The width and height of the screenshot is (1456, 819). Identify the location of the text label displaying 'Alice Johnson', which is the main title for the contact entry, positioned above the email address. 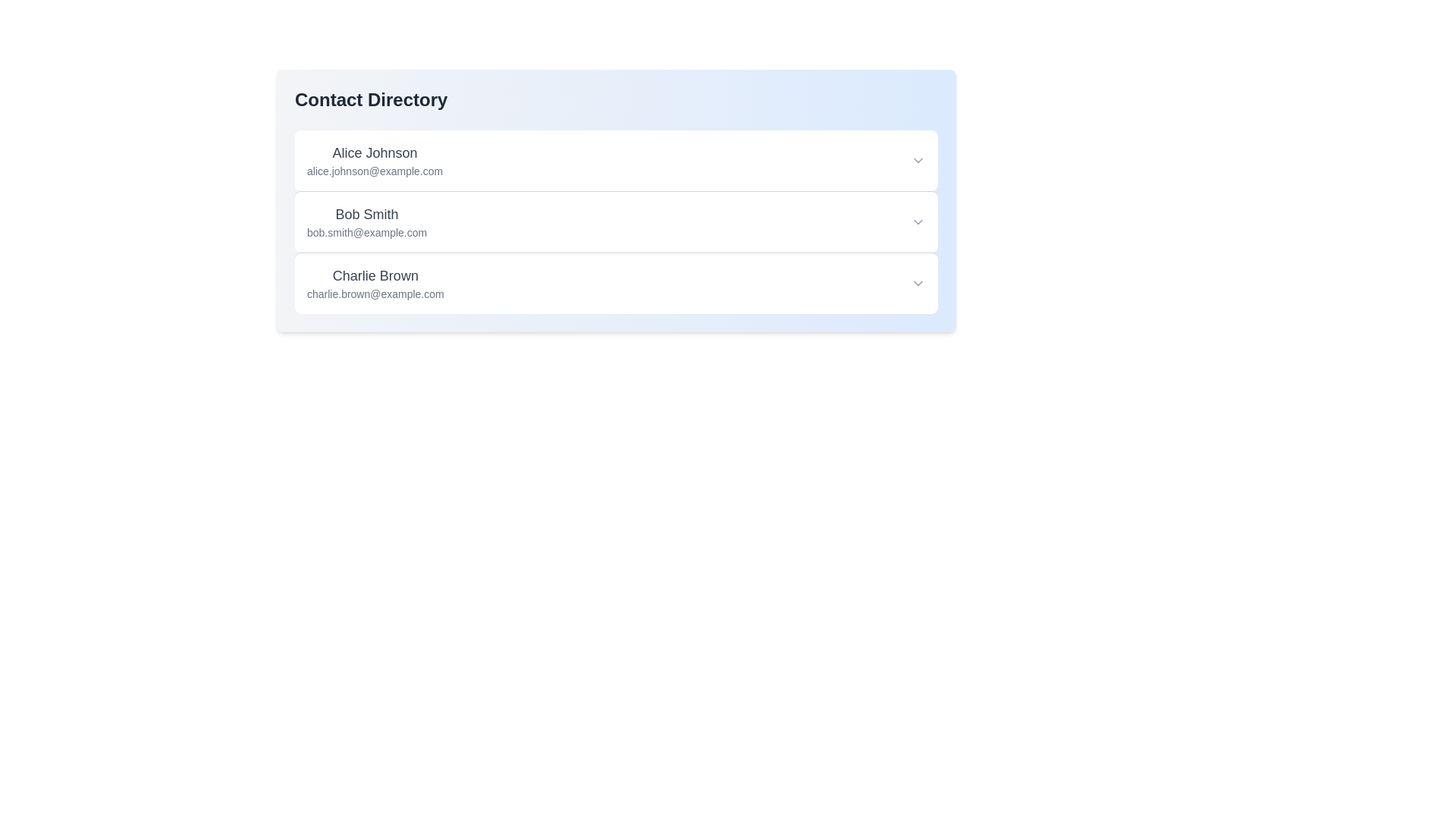
(375, 152).